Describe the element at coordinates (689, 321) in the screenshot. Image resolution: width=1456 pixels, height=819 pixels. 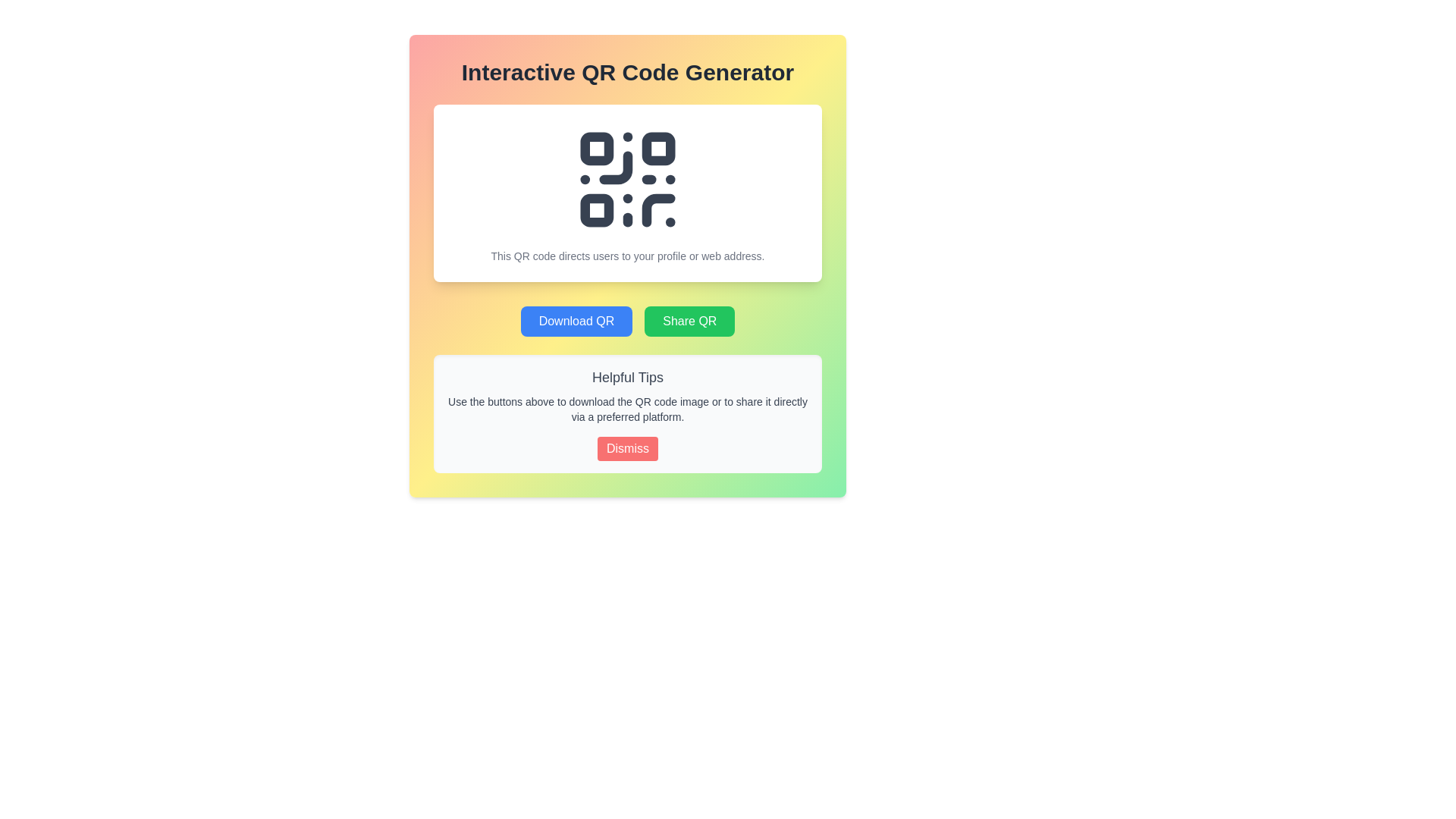
I see `the green 'Share QR' button with white text` at that location.